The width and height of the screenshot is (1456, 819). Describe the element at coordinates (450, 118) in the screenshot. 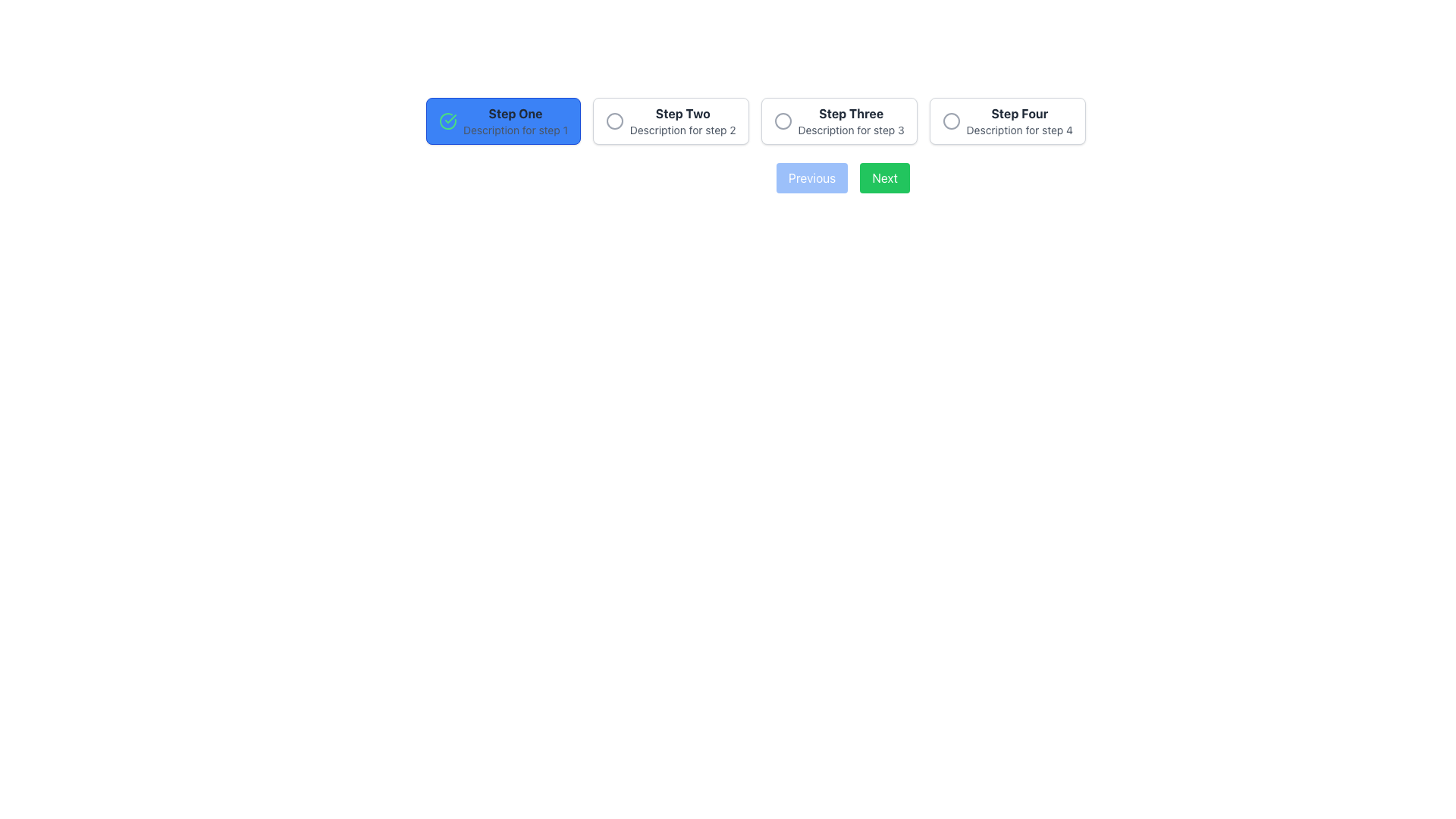

I see `the green checkmark icon located inside the circular structure to the left of the label 'Step One' in the stepper component` at that location.